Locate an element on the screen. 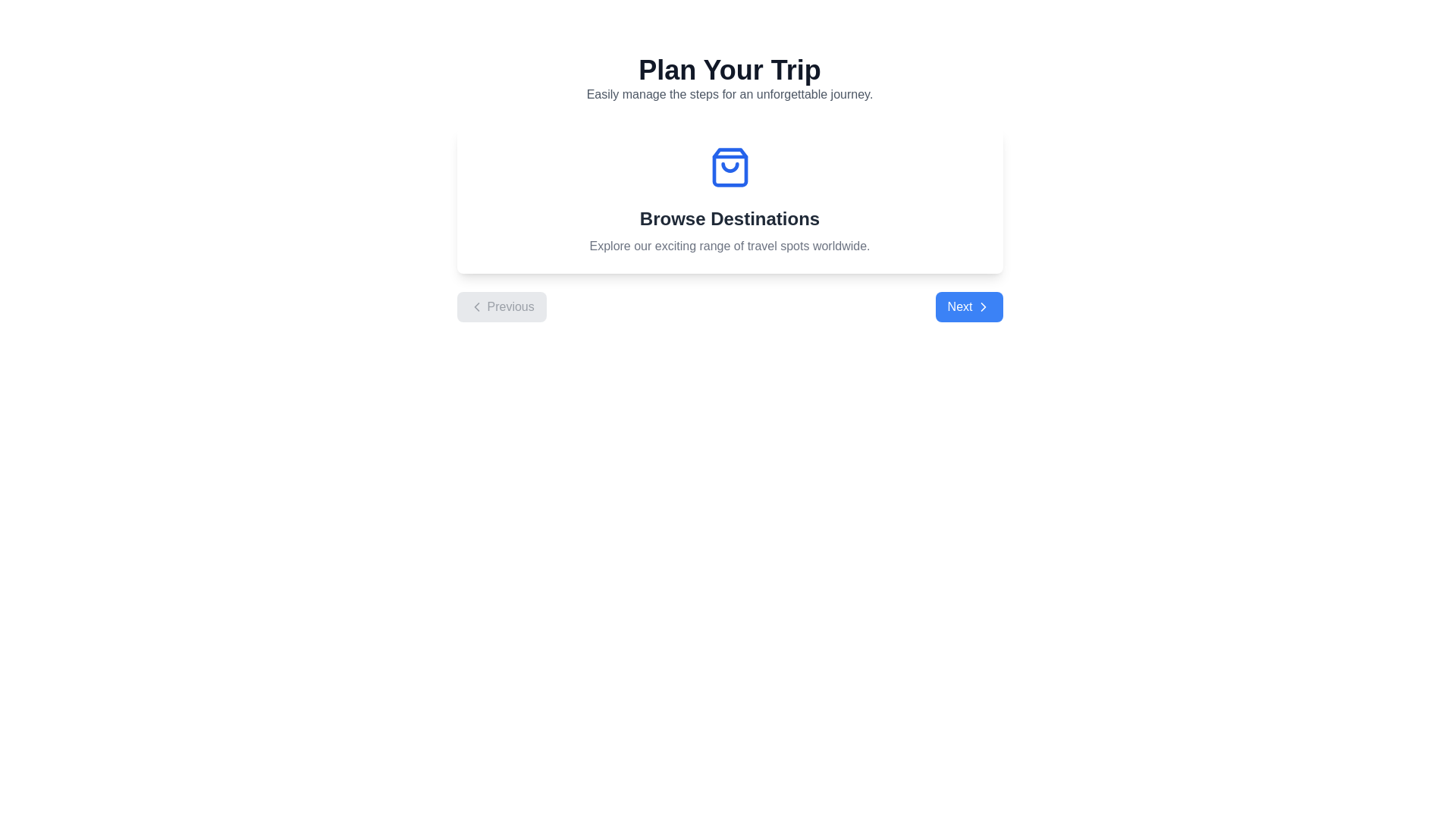 Image resolution: width=1456 pixels, height=819 pixels. the plain text element that reads 'Easily manage the steps for an unforgettable journey.' which is styled in gray and located directly beneath the title 'Plan Your Trip.' is located at coordinates (730, 94).